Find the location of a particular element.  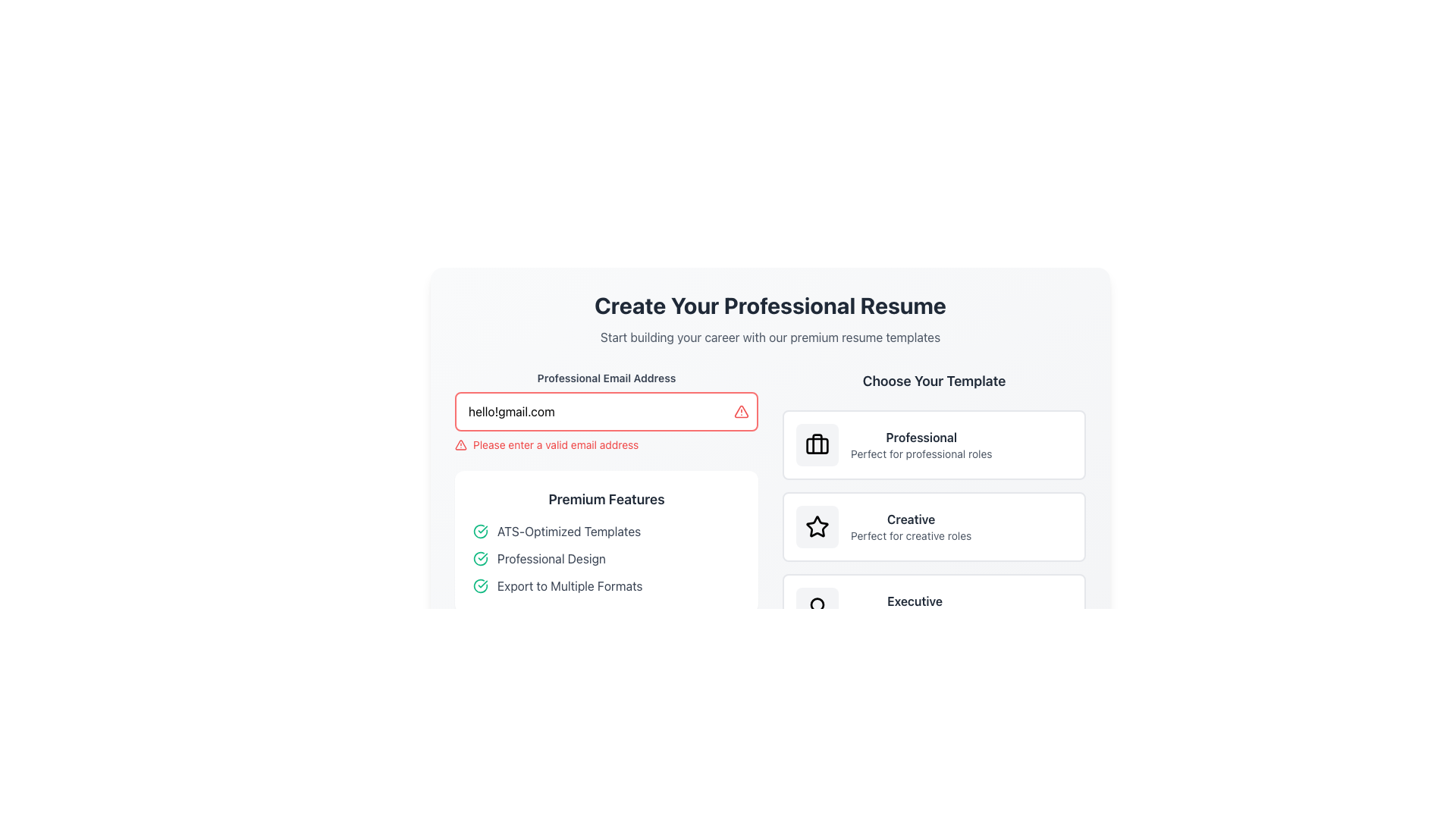

the text label displaying 'Export to Multiple Formats', which is the third text in the 'Premium Features' section, located below 'ATS-Optimized Templates' and 'Professional Design' is located at coordinates (569, 585).